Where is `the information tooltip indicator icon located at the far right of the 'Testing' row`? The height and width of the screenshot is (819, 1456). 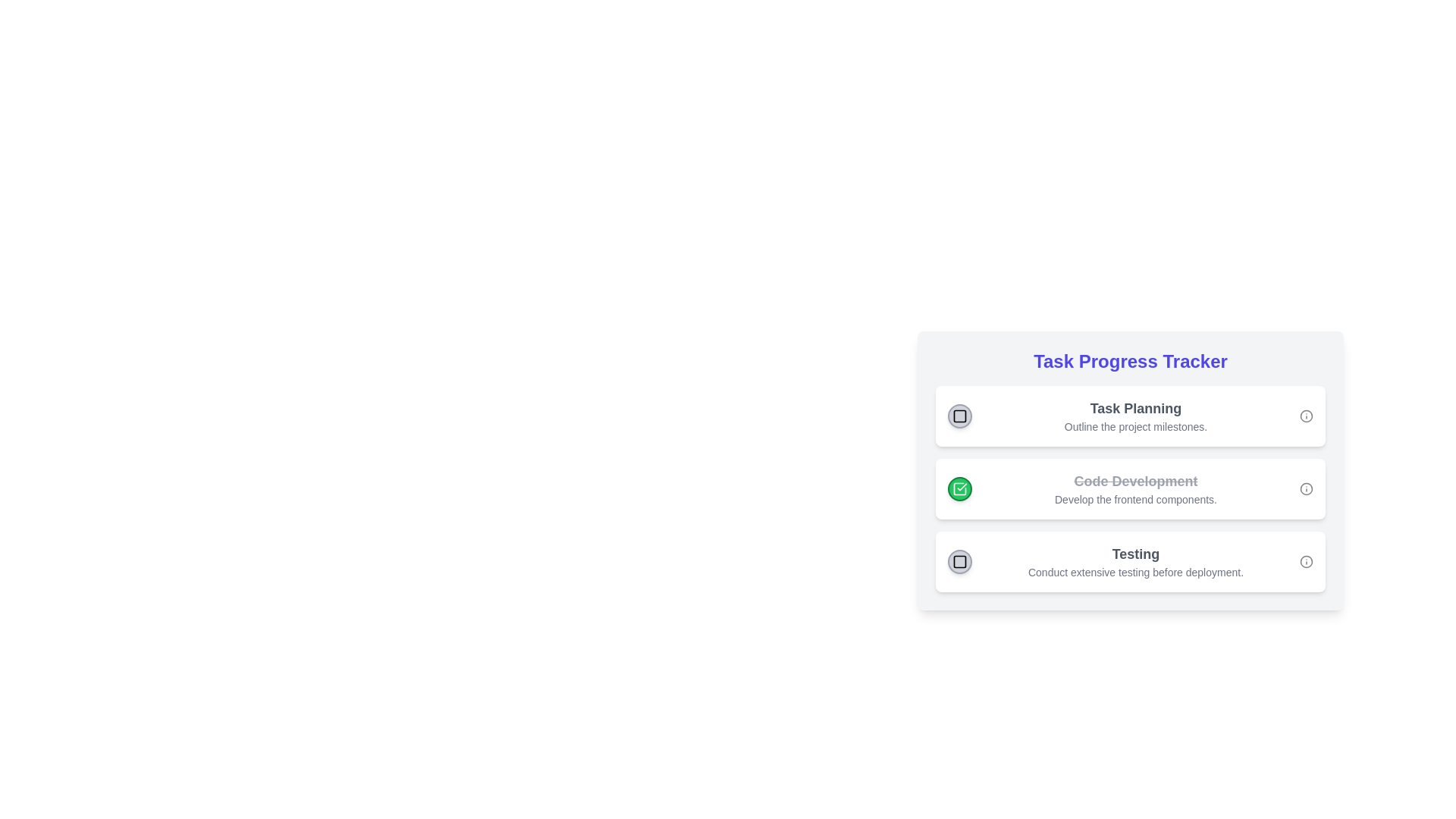 the information tooltip indicator icon located at the far right of the 'Testing' row is located at coordinates (1306, 561).